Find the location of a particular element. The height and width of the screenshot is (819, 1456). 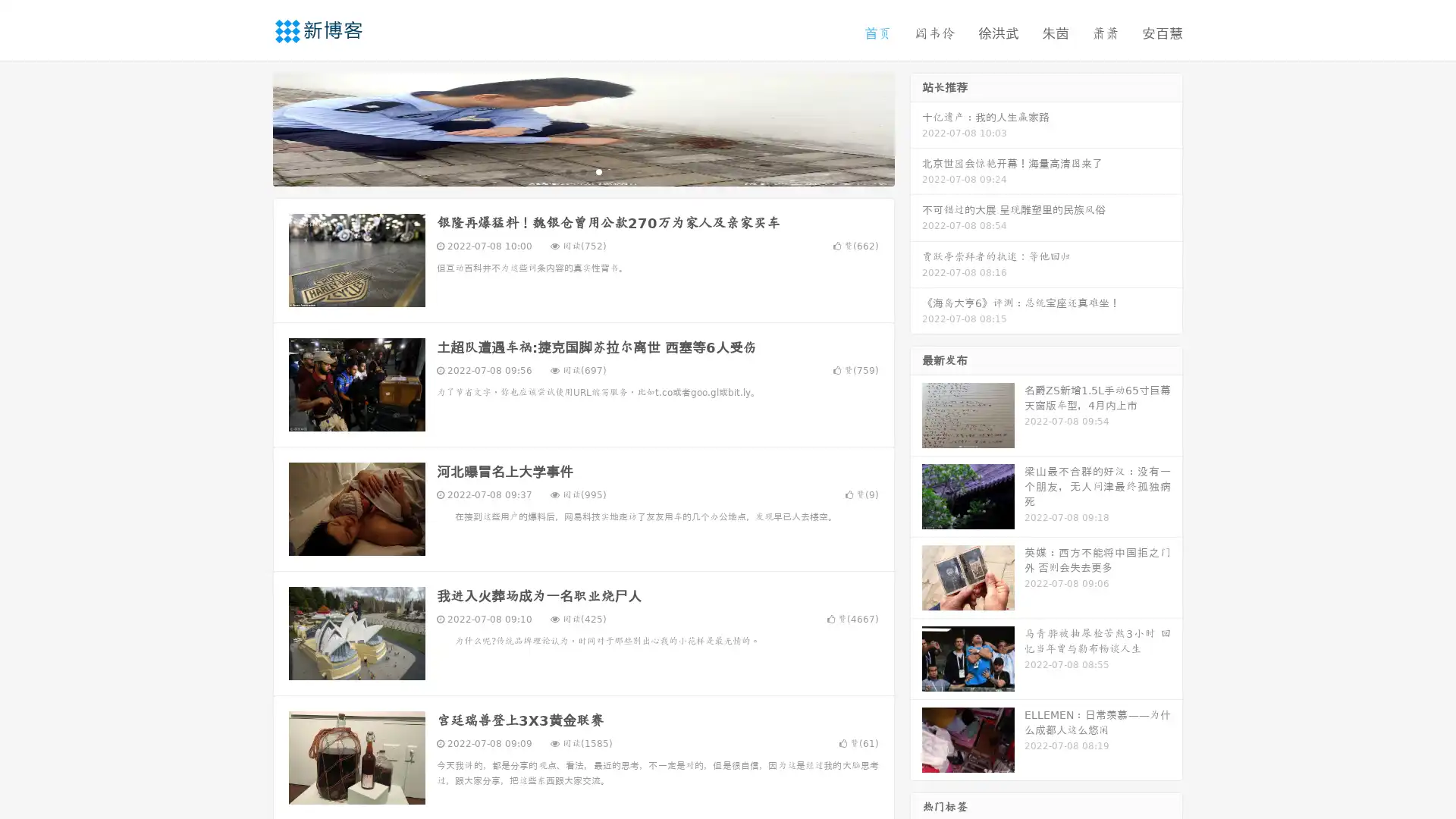

Next slide is located at coordinates (916, 127).